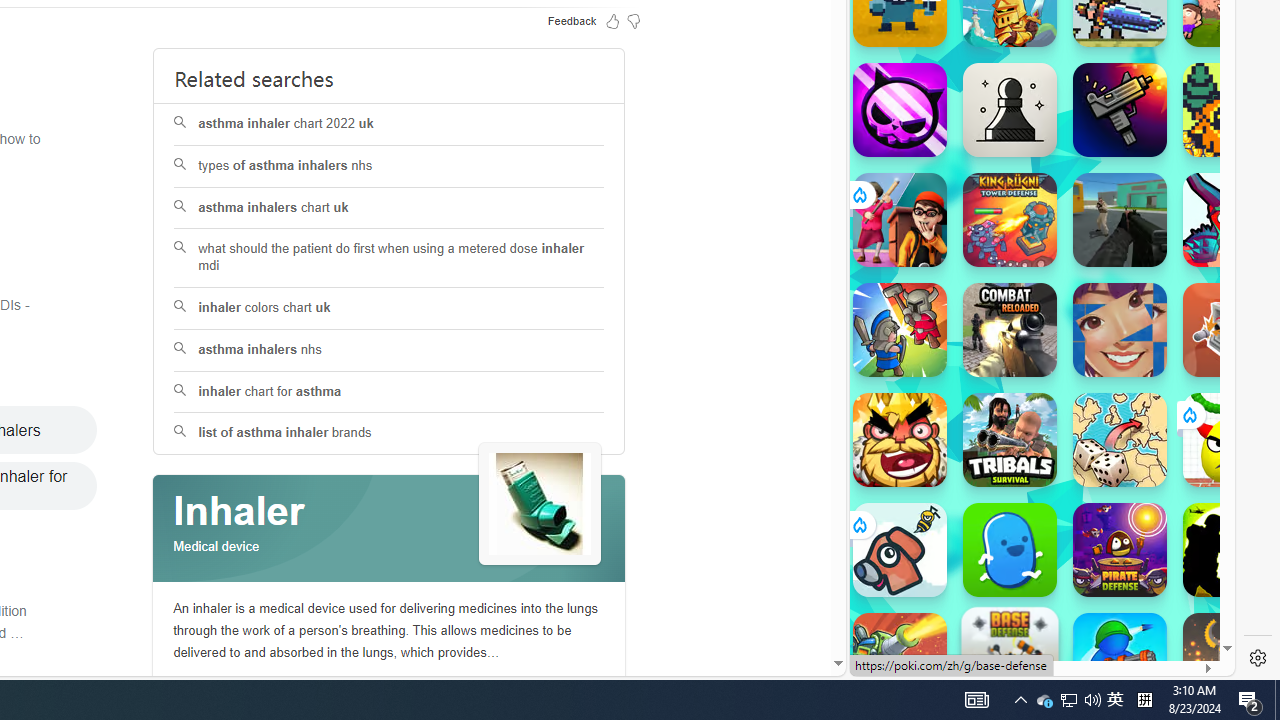  Describe the element at coordinates (389, 124) in the screenshot. I see `'asthma inhaler chart 2022 uk'` at that location.